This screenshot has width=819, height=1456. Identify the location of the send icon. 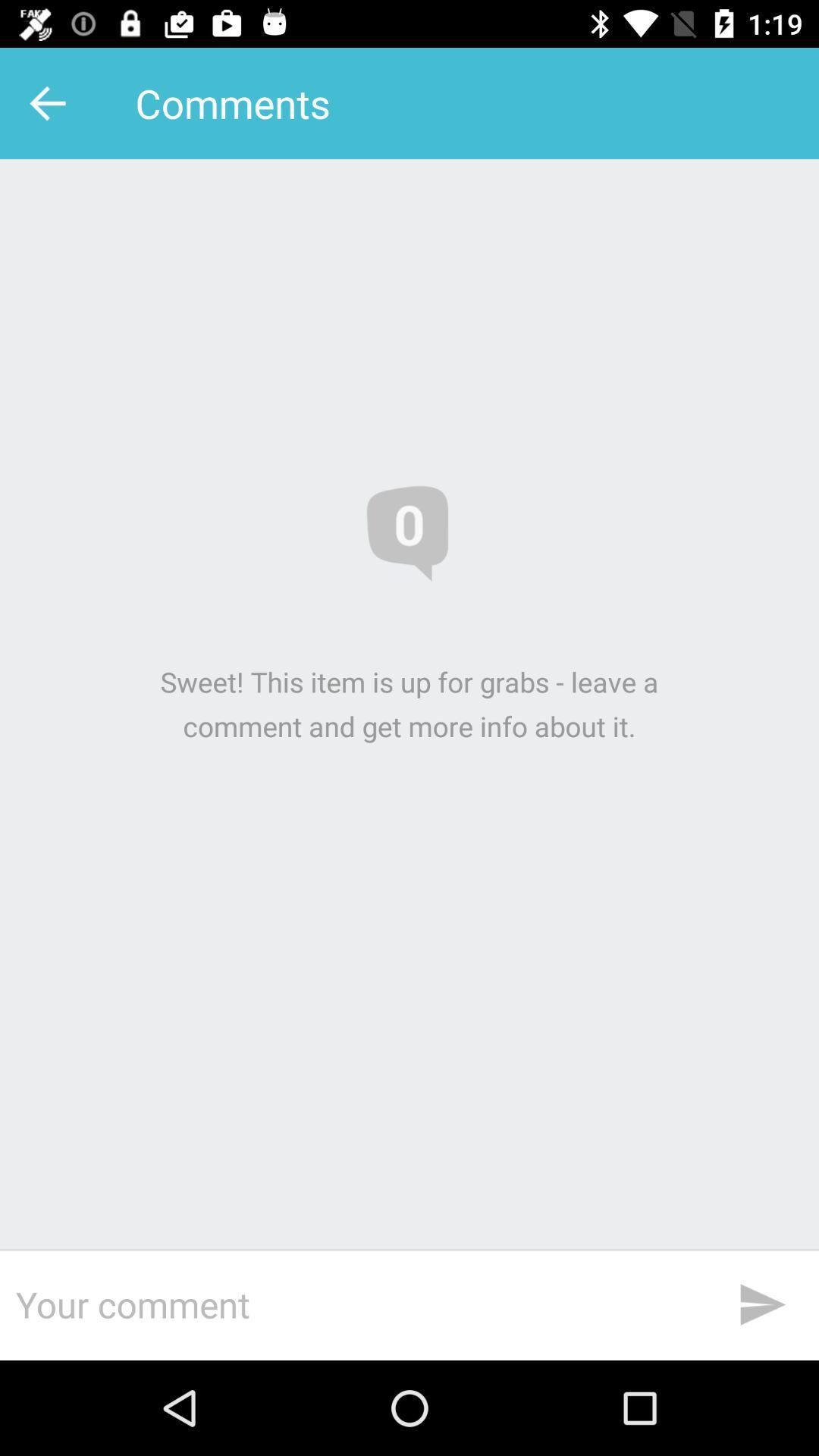
(763, 1304).